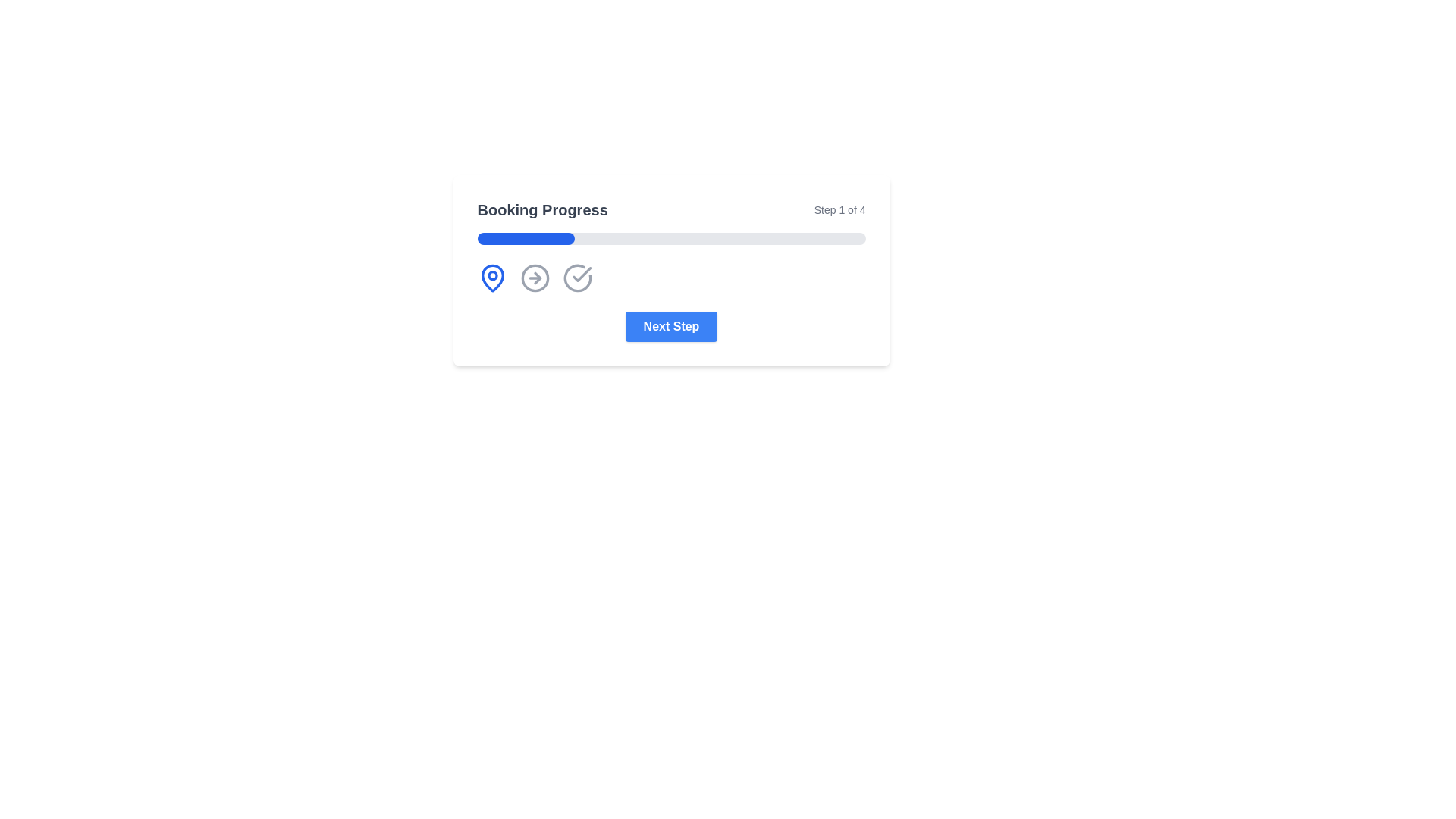 The width and height of the screenshot is (1456, 819). What do you see at coordinates (542, 210) in the screenshot?
I see `the 'Booking Progress' text label, which serves as a title indicating the current section of the interface` at bounding box center [542, 210].